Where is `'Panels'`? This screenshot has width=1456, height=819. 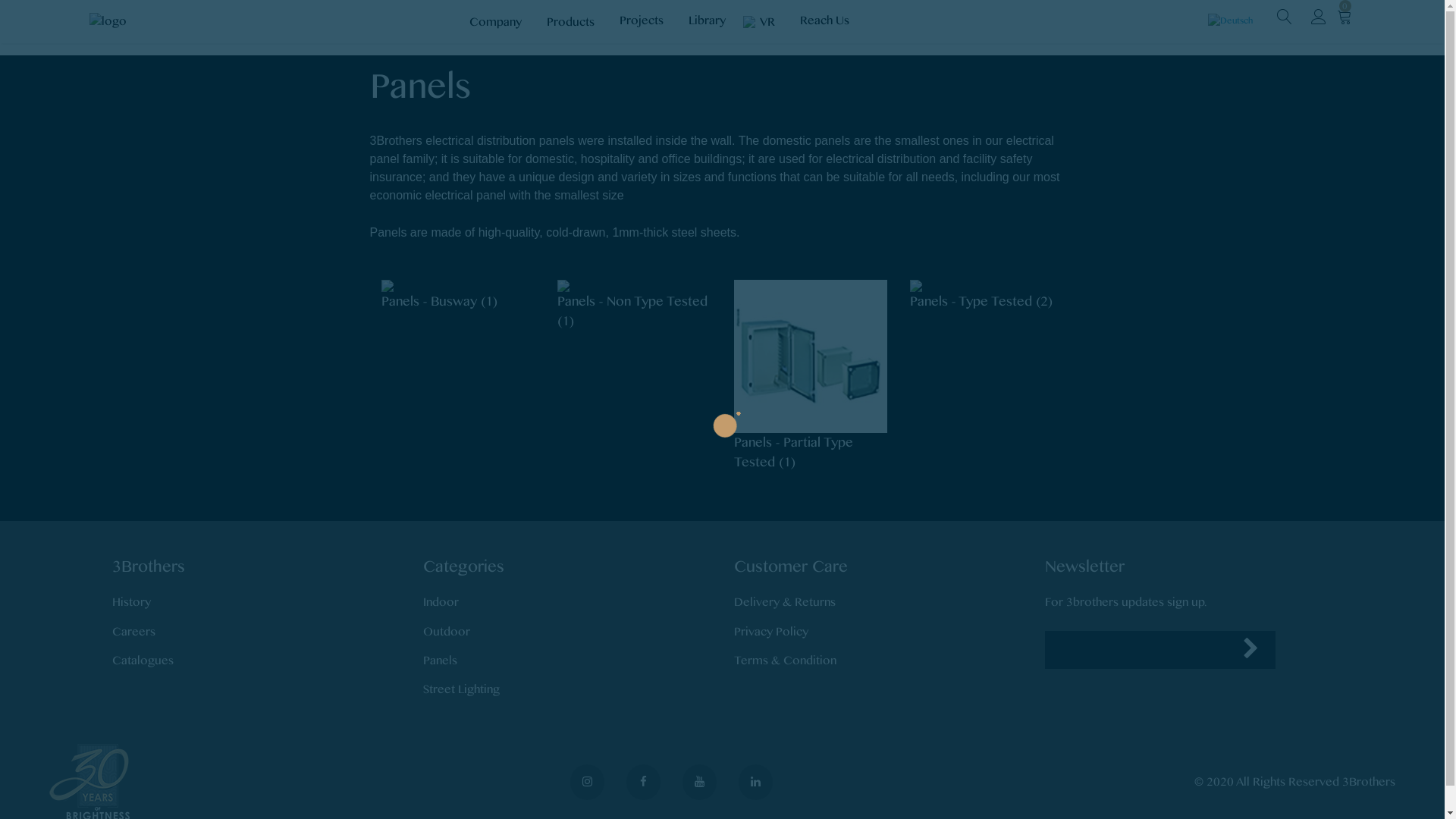
'Panels' is located at coordinates (439, 660).